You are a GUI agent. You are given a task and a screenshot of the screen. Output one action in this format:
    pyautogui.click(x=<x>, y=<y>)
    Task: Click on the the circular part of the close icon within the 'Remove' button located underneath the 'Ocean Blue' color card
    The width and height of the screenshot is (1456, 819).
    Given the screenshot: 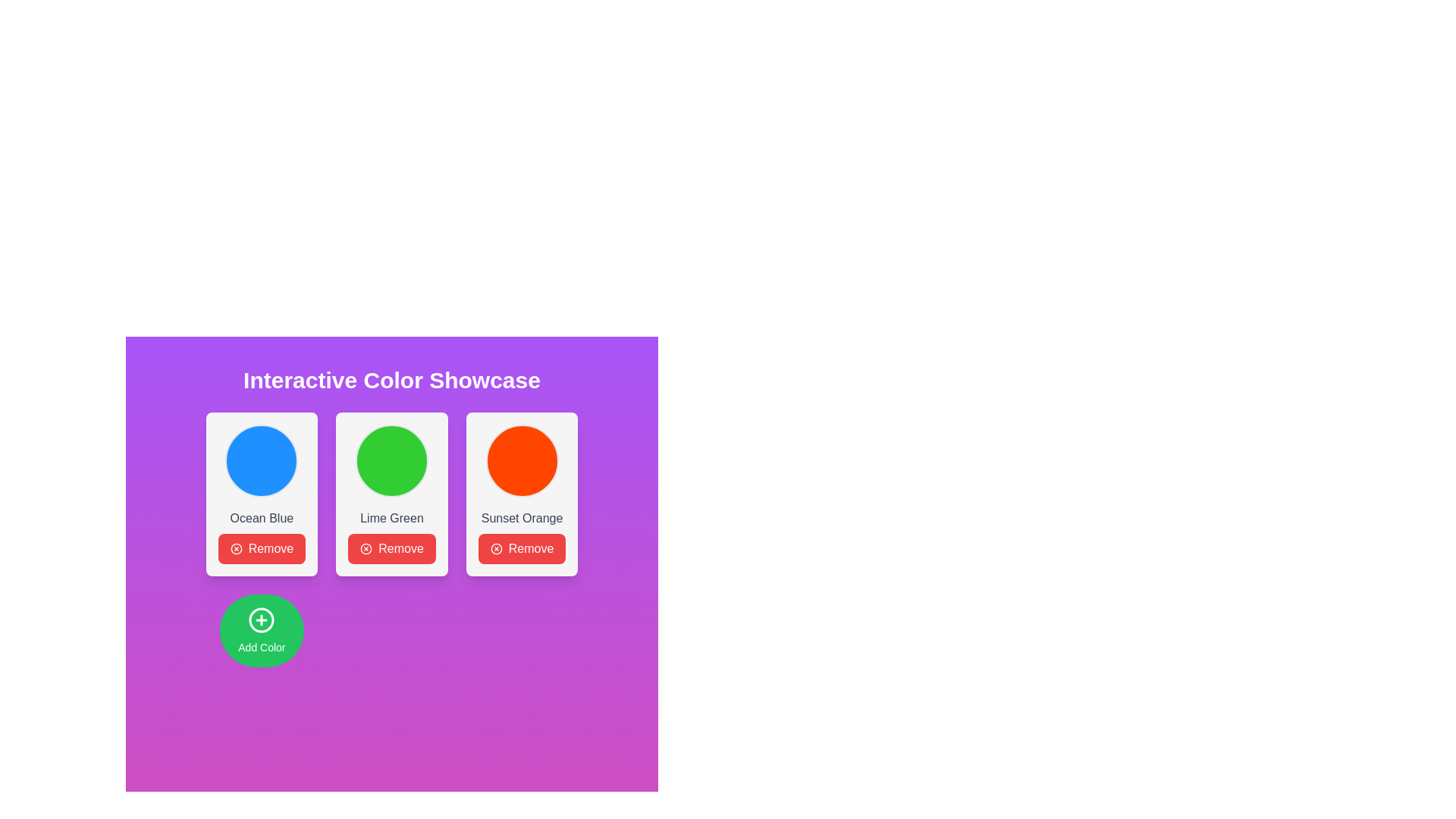 What is the action you would take?
    pyautogui.click(x=235, y=549)
    